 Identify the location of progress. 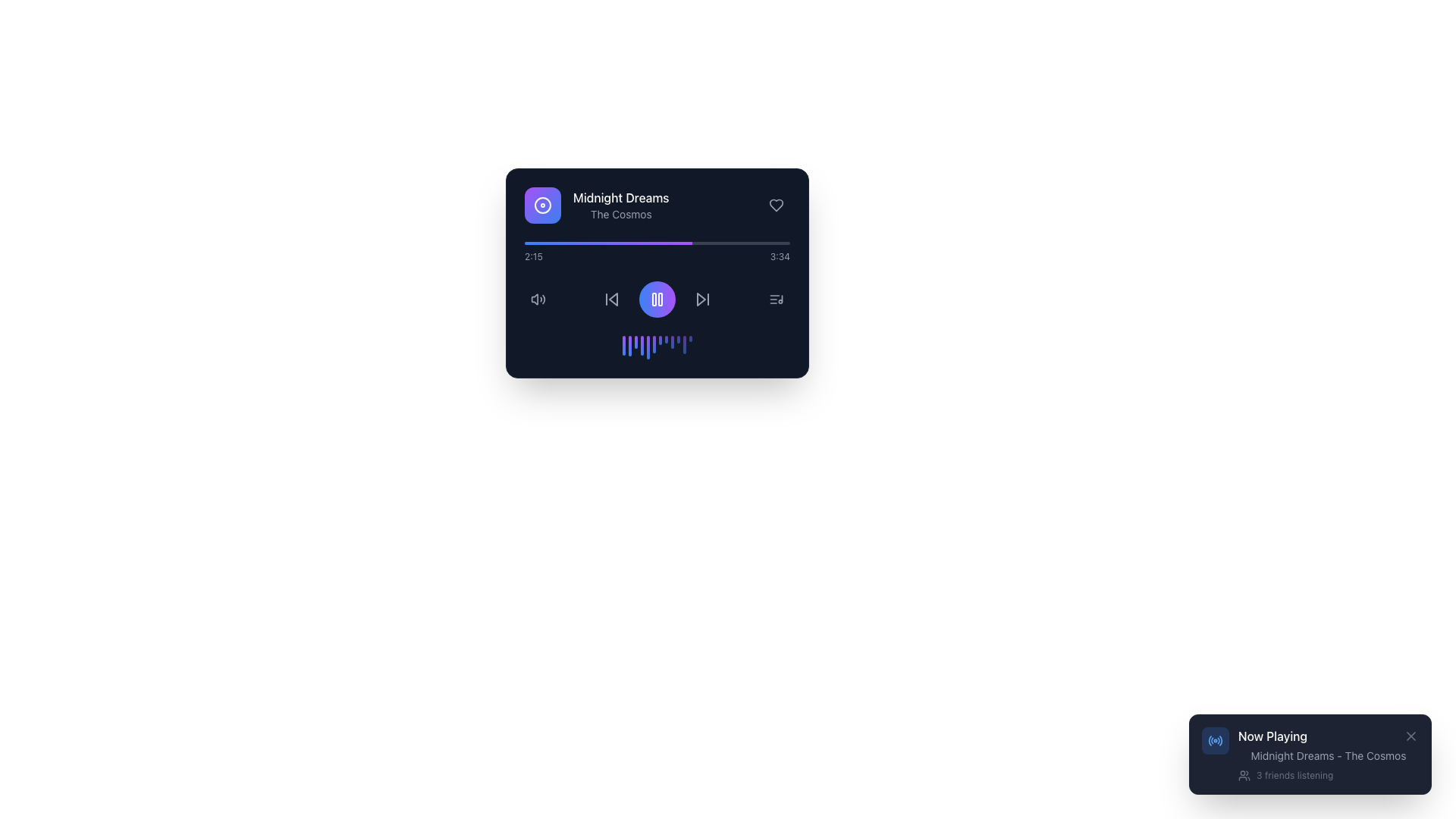
(641, 242).